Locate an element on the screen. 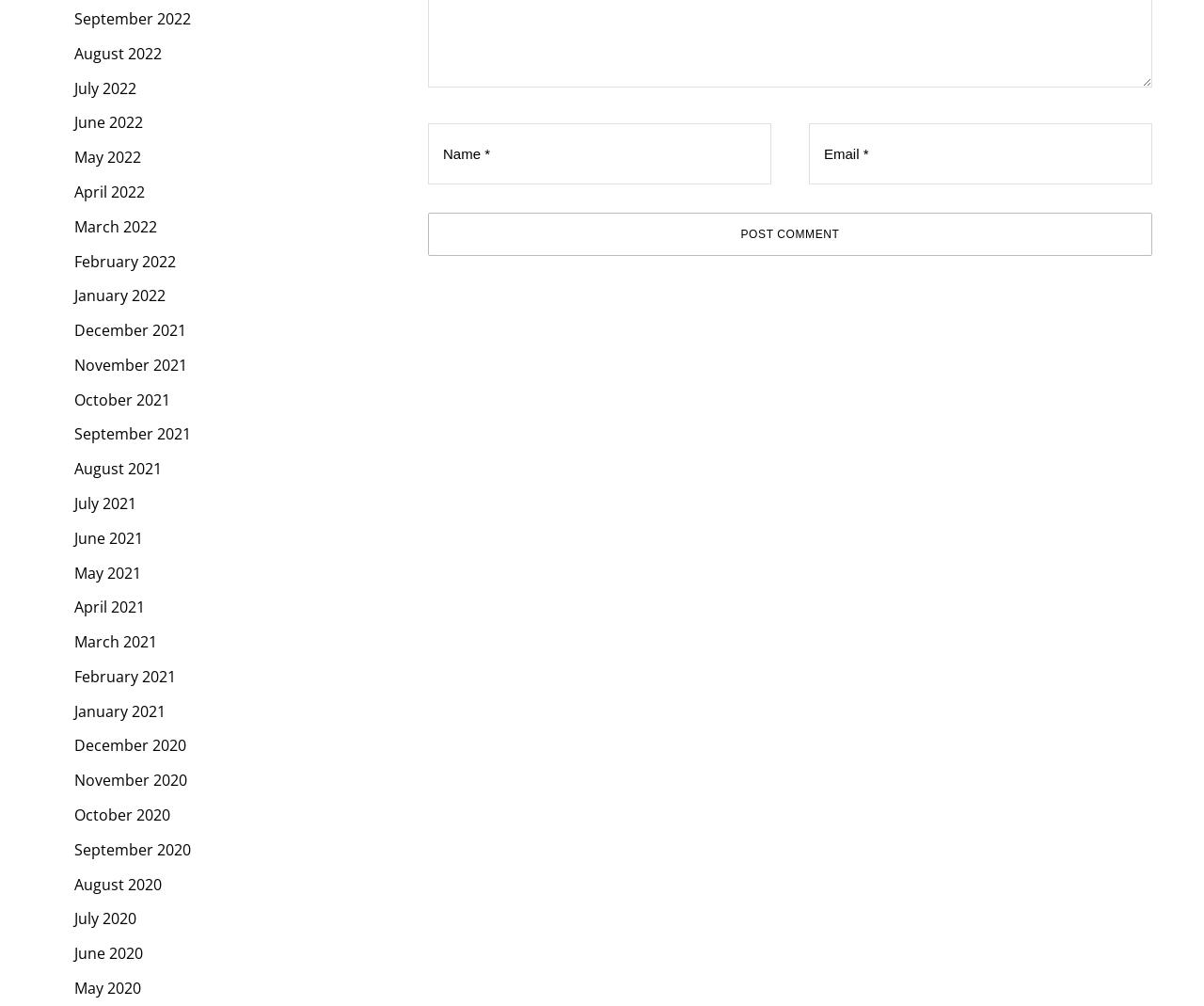 This screenshot has width=1204, height=1006. 'October 2021' is located at coordinates (121, 398).